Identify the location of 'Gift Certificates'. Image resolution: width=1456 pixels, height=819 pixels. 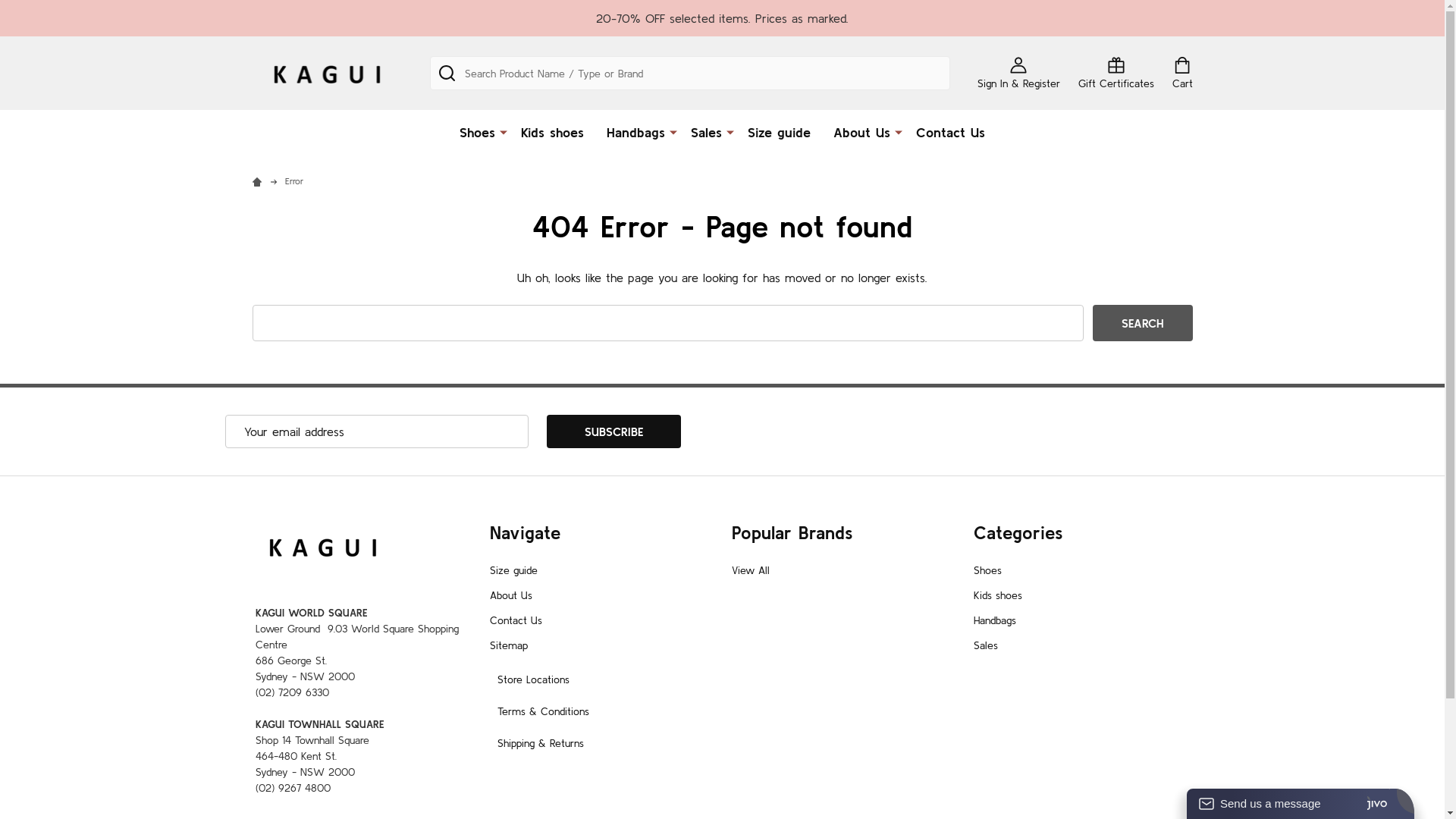
(1116, 73).